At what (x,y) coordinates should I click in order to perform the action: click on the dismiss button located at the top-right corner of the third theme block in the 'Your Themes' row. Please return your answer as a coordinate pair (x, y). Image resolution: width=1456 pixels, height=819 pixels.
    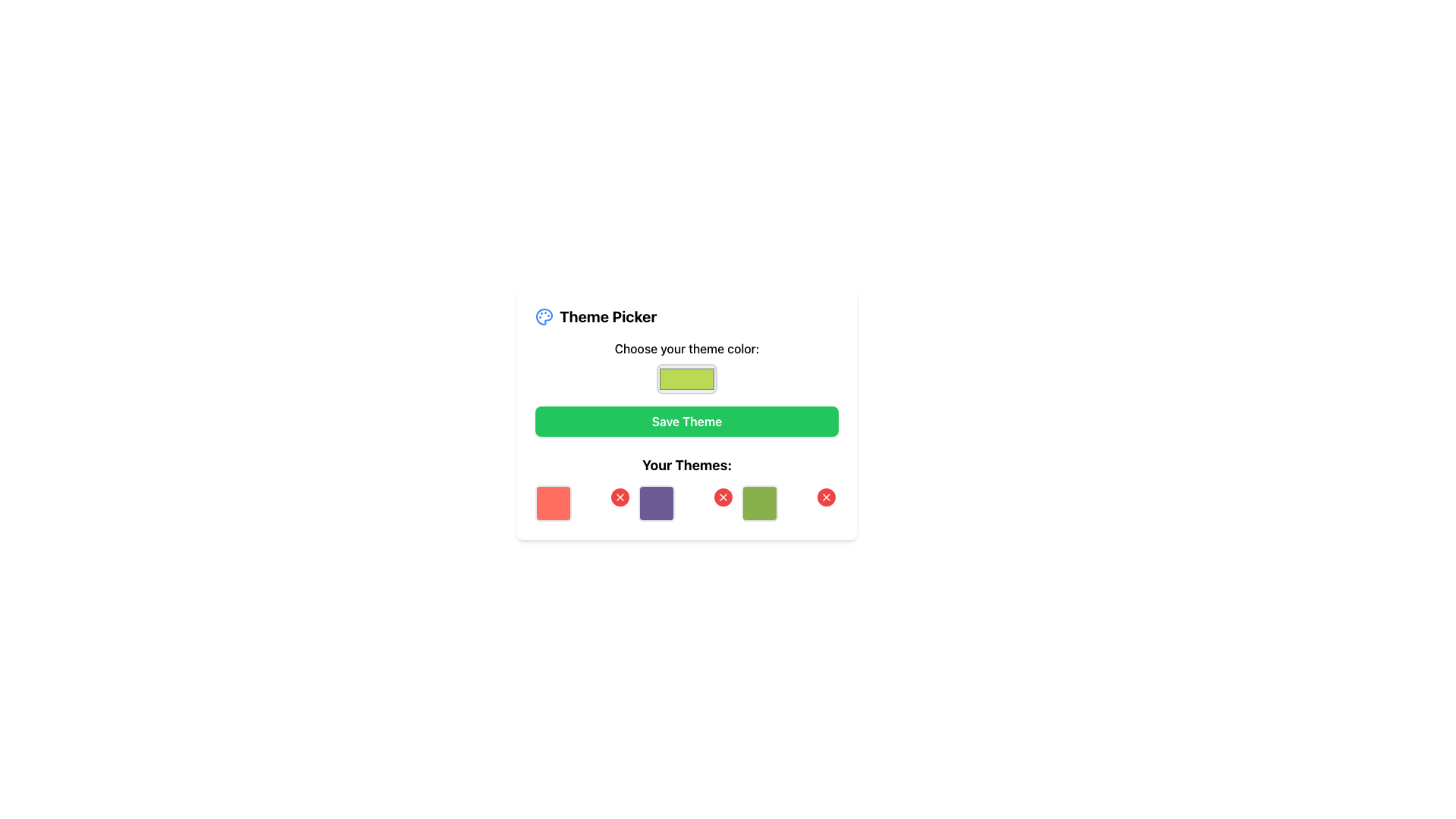
    Looking at the image, I should click on (723, 497).